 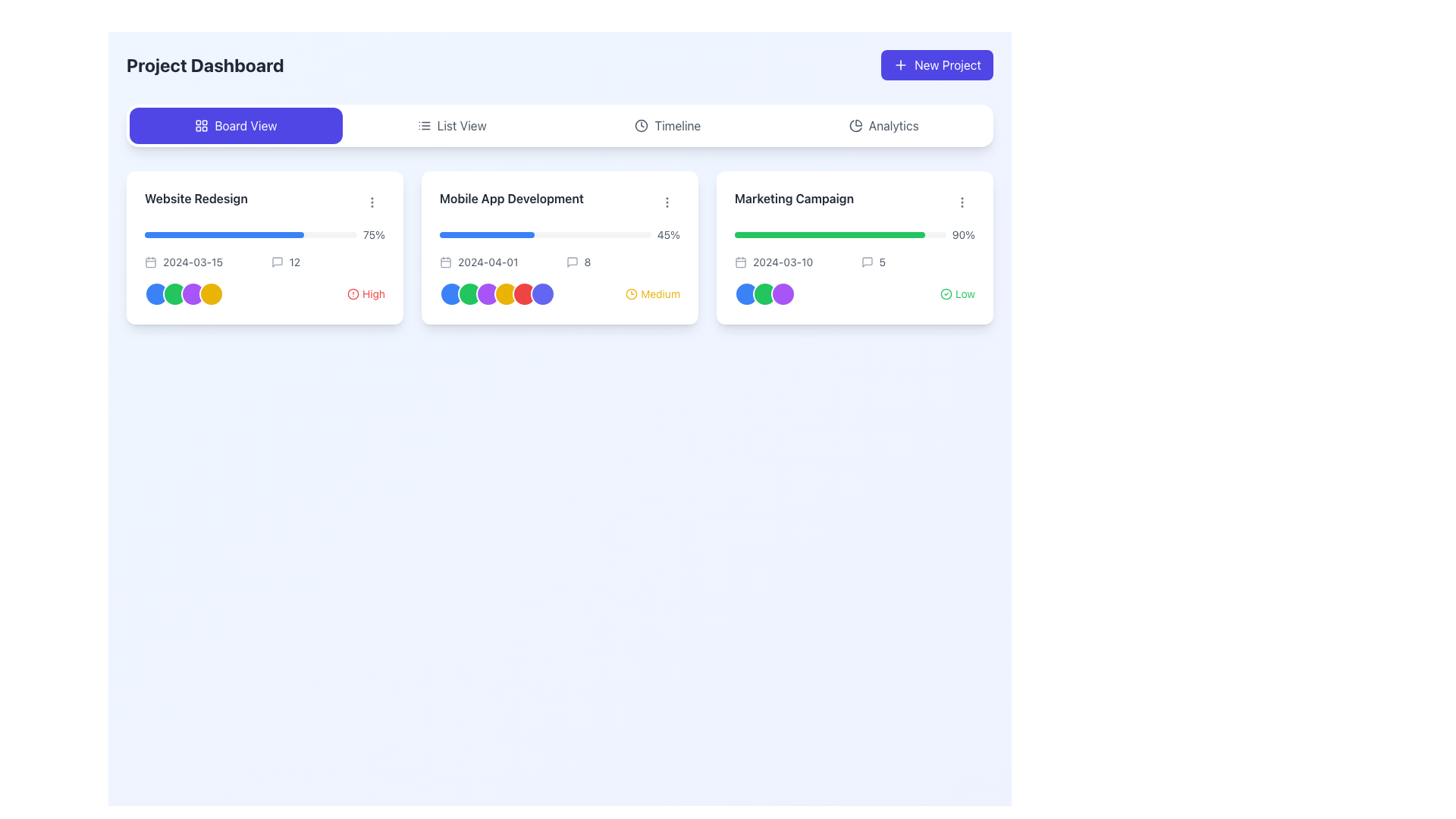 What do you see at coordinates (174, 294) in the screenshot?
I see `the color of the second circular icon representing a 'green' status under the 'Website Redesign' card in the dashboard` at bounding box center [174, 294].